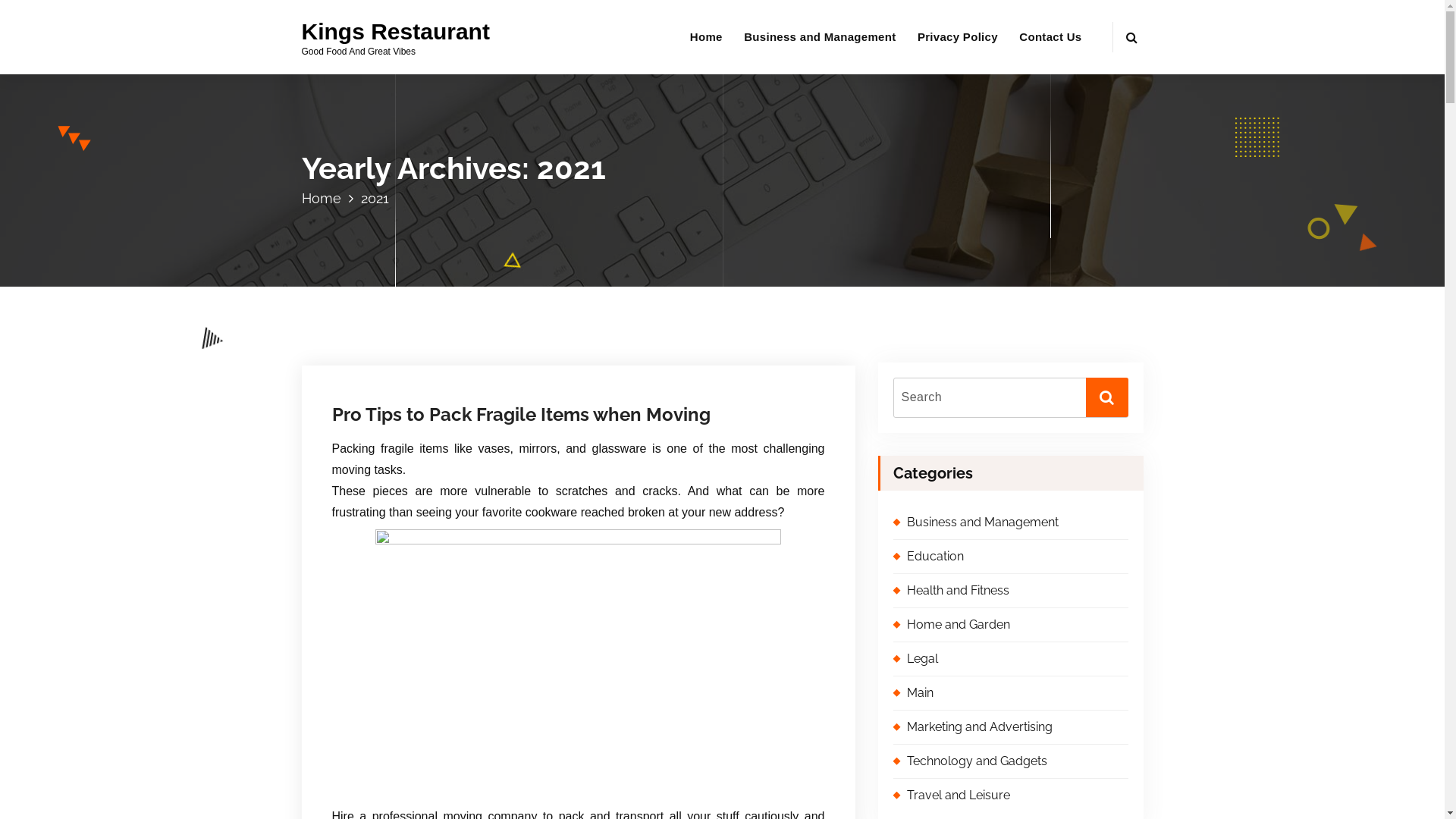  What do you see at coordinates (1011, 590) in the screenshot?
I see `'Health and Fitness'` at bounding box center [1011, 590].